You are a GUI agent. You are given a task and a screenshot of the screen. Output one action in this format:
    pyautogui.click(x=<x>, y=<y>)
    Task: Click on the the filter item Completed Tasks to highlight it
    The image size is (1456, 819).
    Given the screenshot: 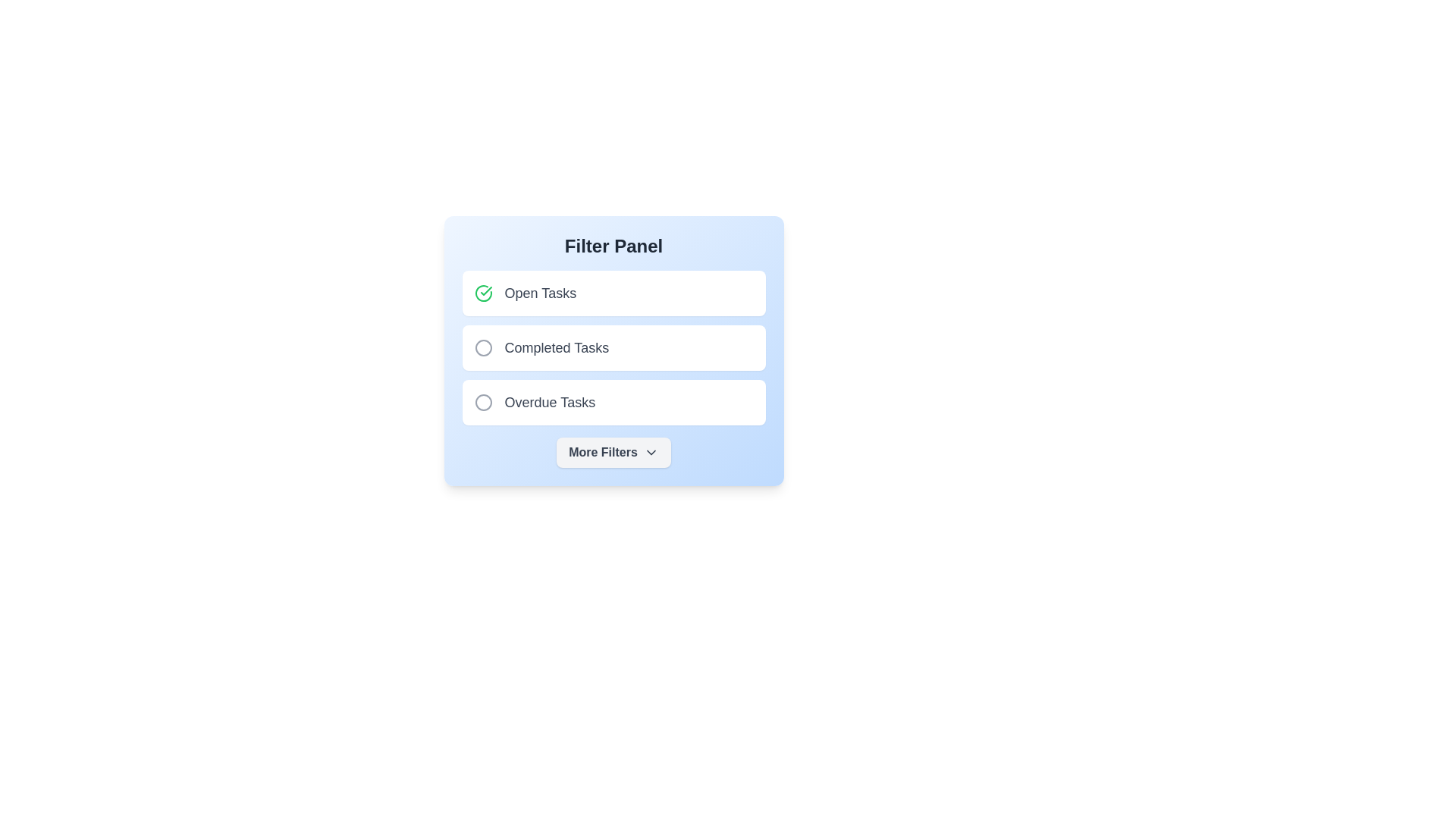 What is the action you would take?
    pyautogui.click(x=482, y=348)
    